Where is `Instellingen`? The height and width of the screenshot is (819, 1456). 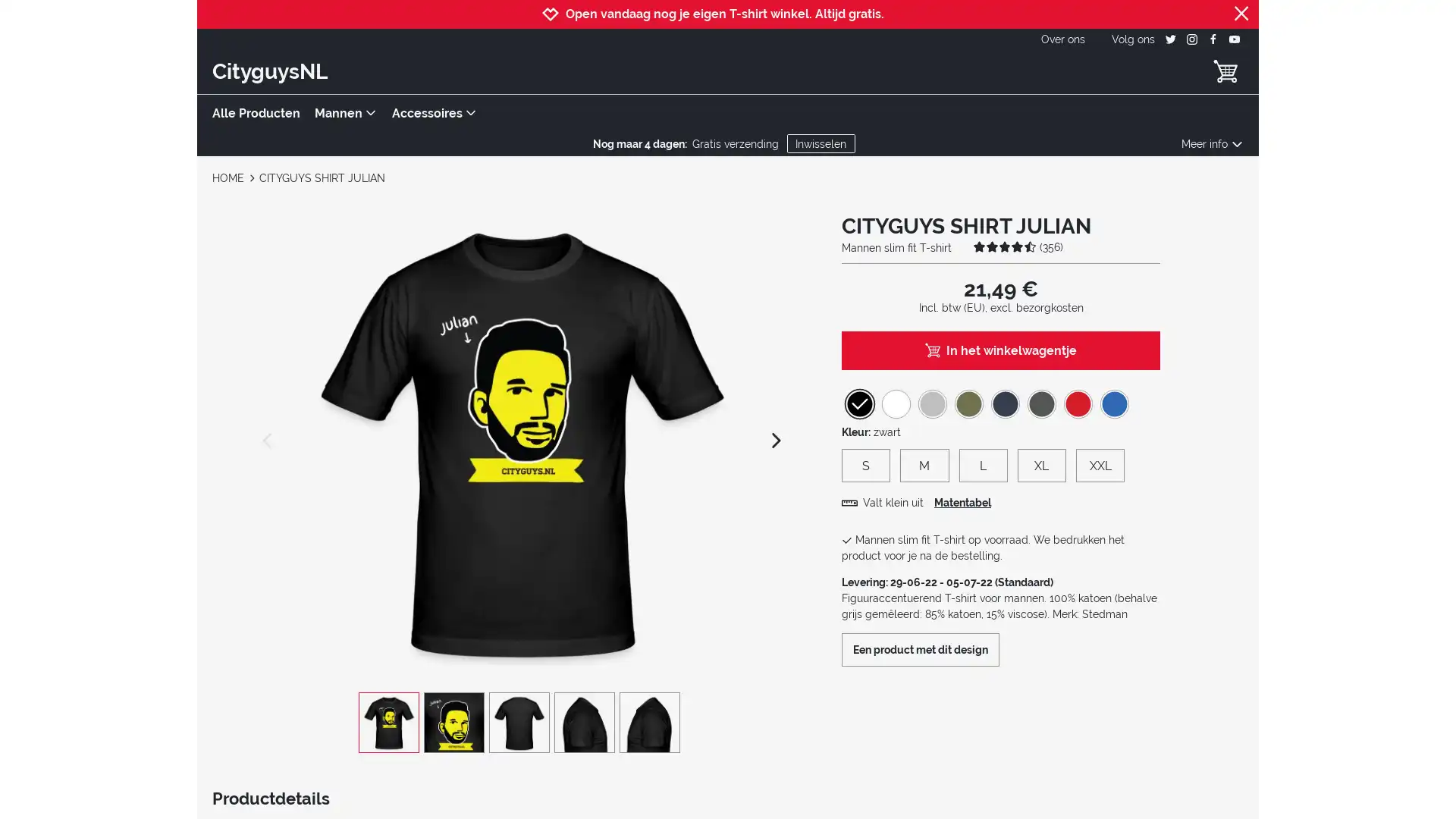
Instellingen is located at coordinates (1084, 689).